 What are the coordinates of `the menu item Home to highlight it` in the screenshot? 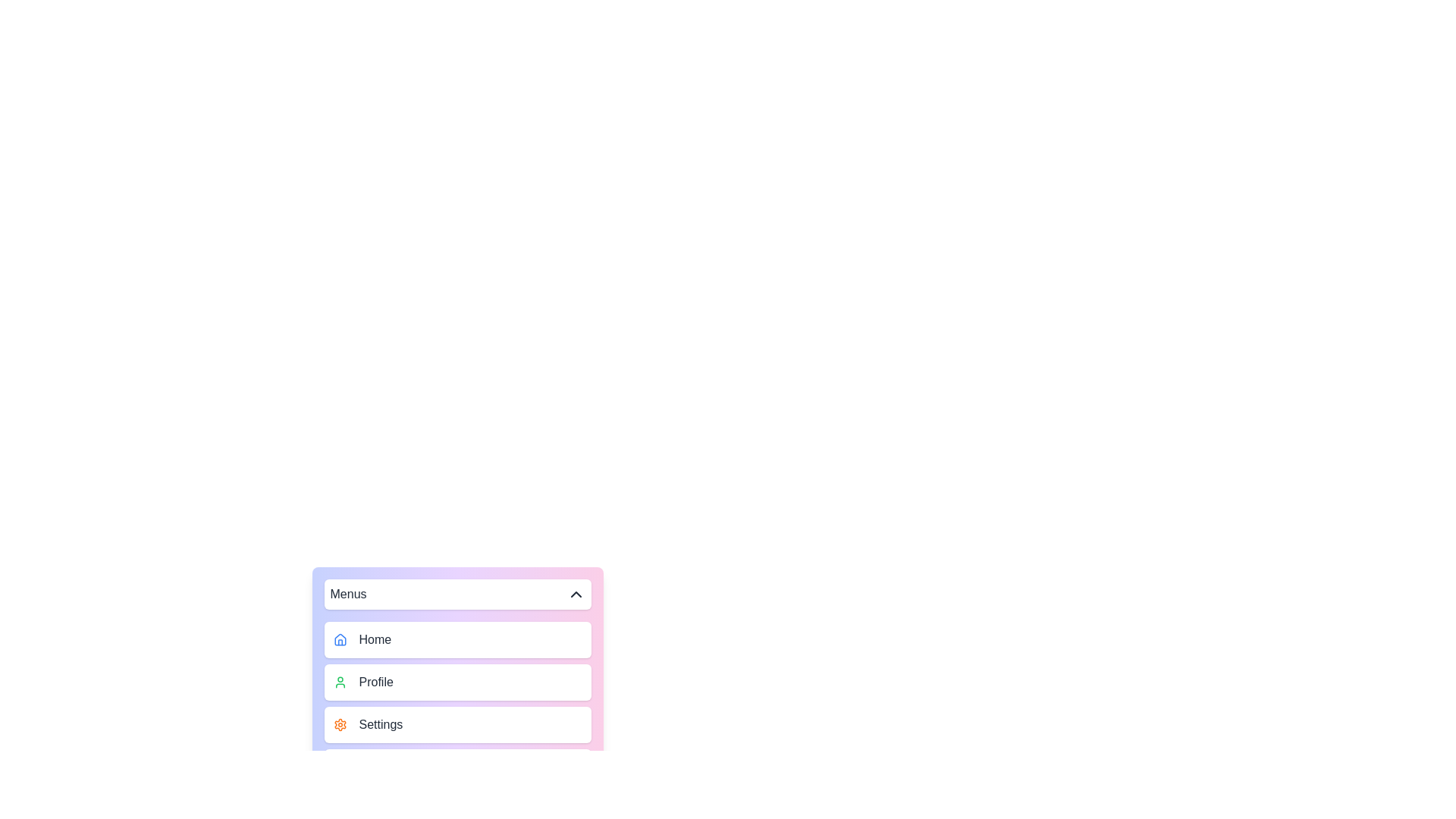 It's located at (457, 640).